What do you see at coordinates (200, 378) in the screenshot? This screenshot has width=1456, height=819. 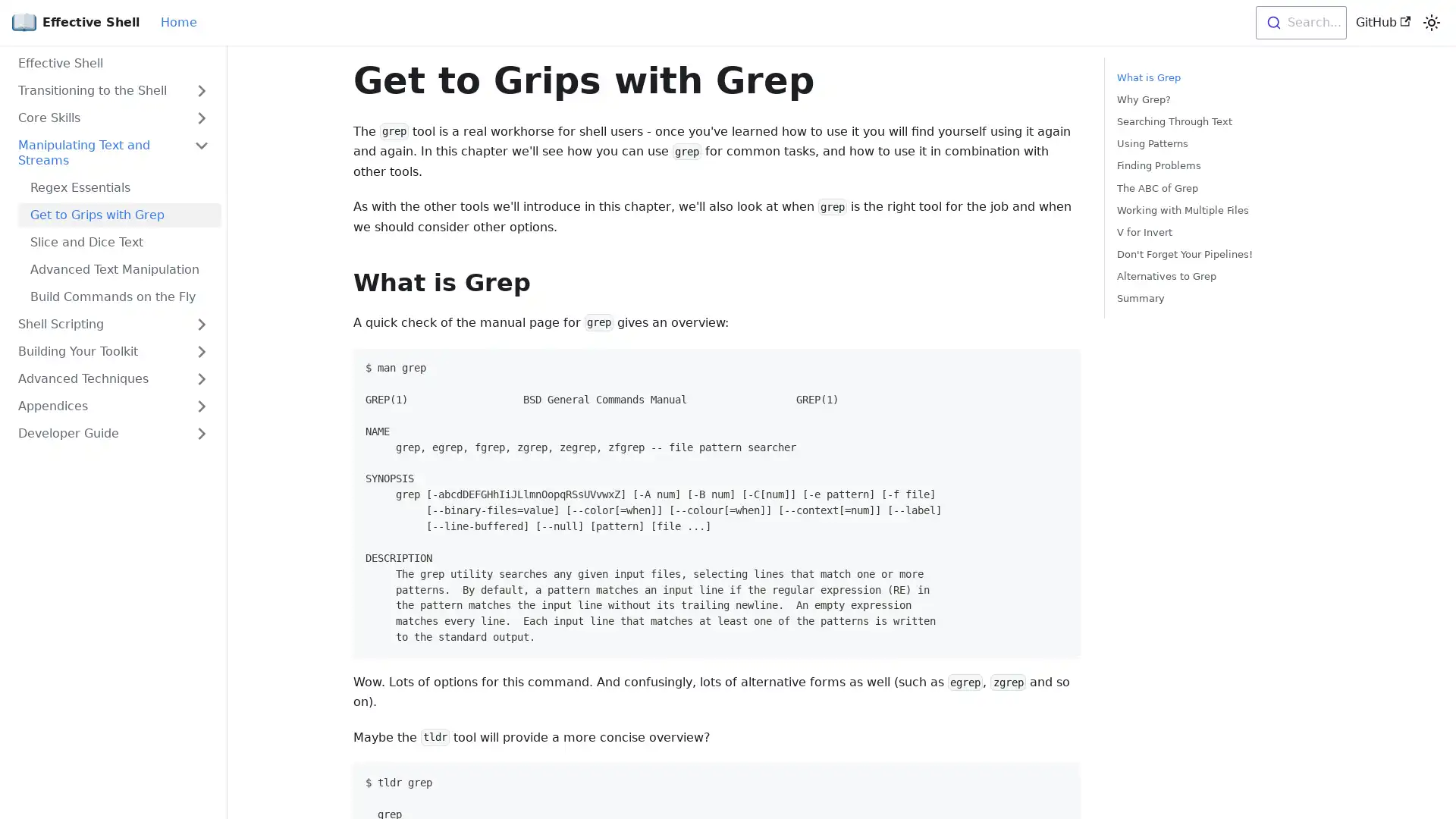 I see `Toggle the collapsible sidebar category 'Advanced Techniques'` at bounding box center [200, 378].